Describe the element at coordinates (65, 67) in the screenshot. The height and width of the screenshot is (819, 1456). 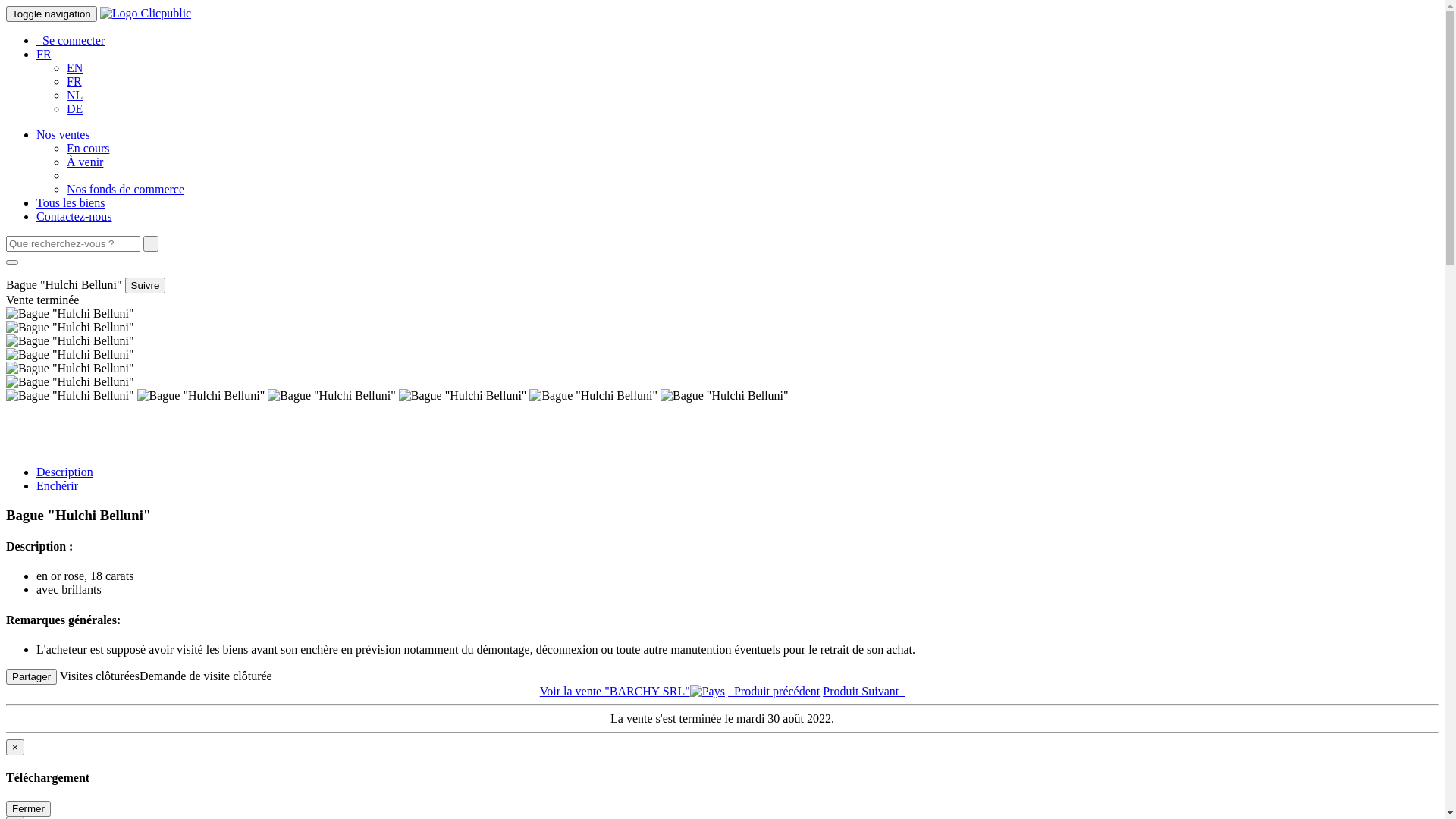
I see `'EN'` at that location.